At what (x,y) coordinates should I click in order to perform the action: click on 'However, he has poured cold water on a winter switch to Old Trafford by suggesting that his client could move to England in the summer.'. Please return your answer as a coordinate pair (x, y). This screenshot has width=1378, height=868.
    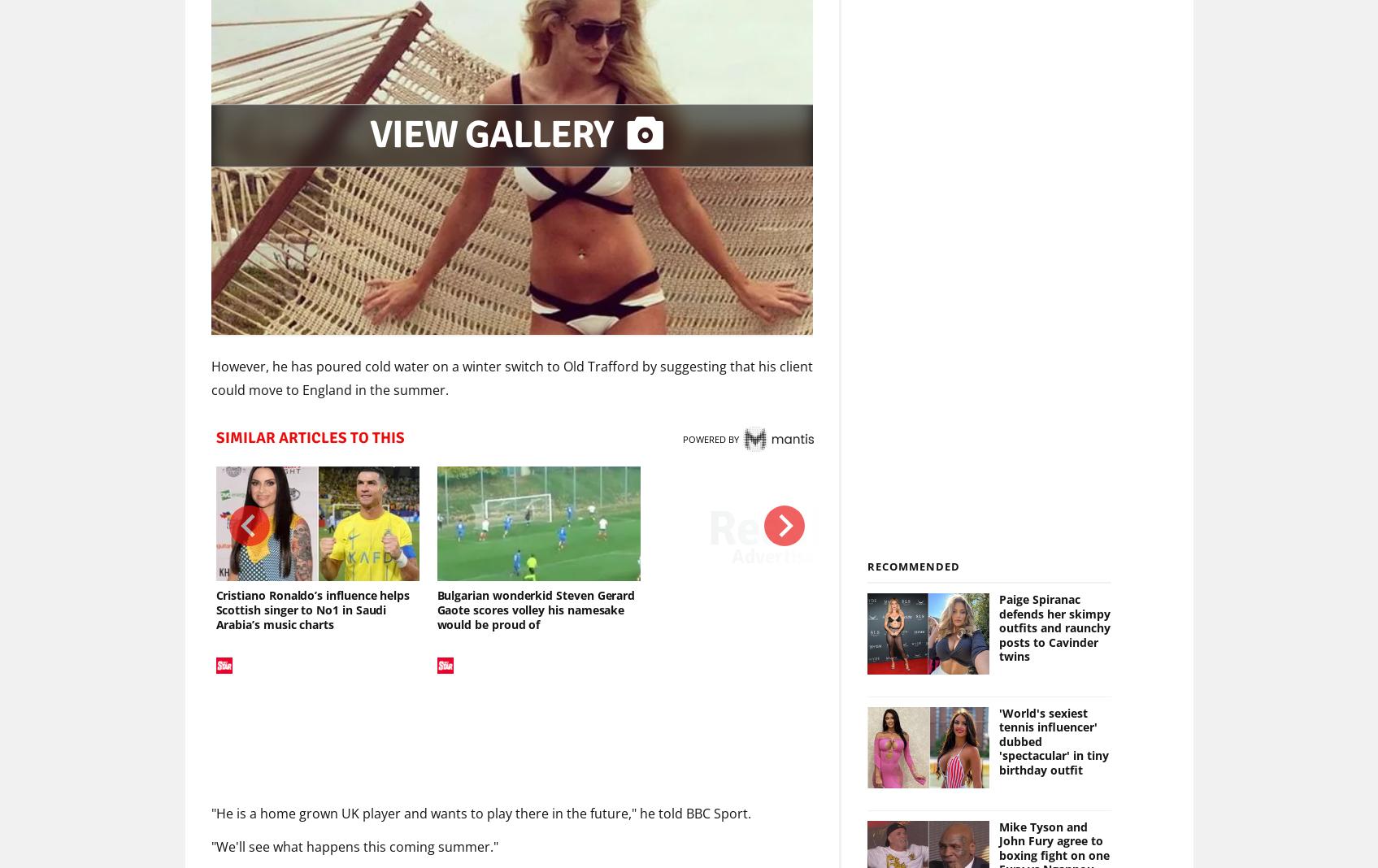
    Looking at the image, I should click on (511, 377).